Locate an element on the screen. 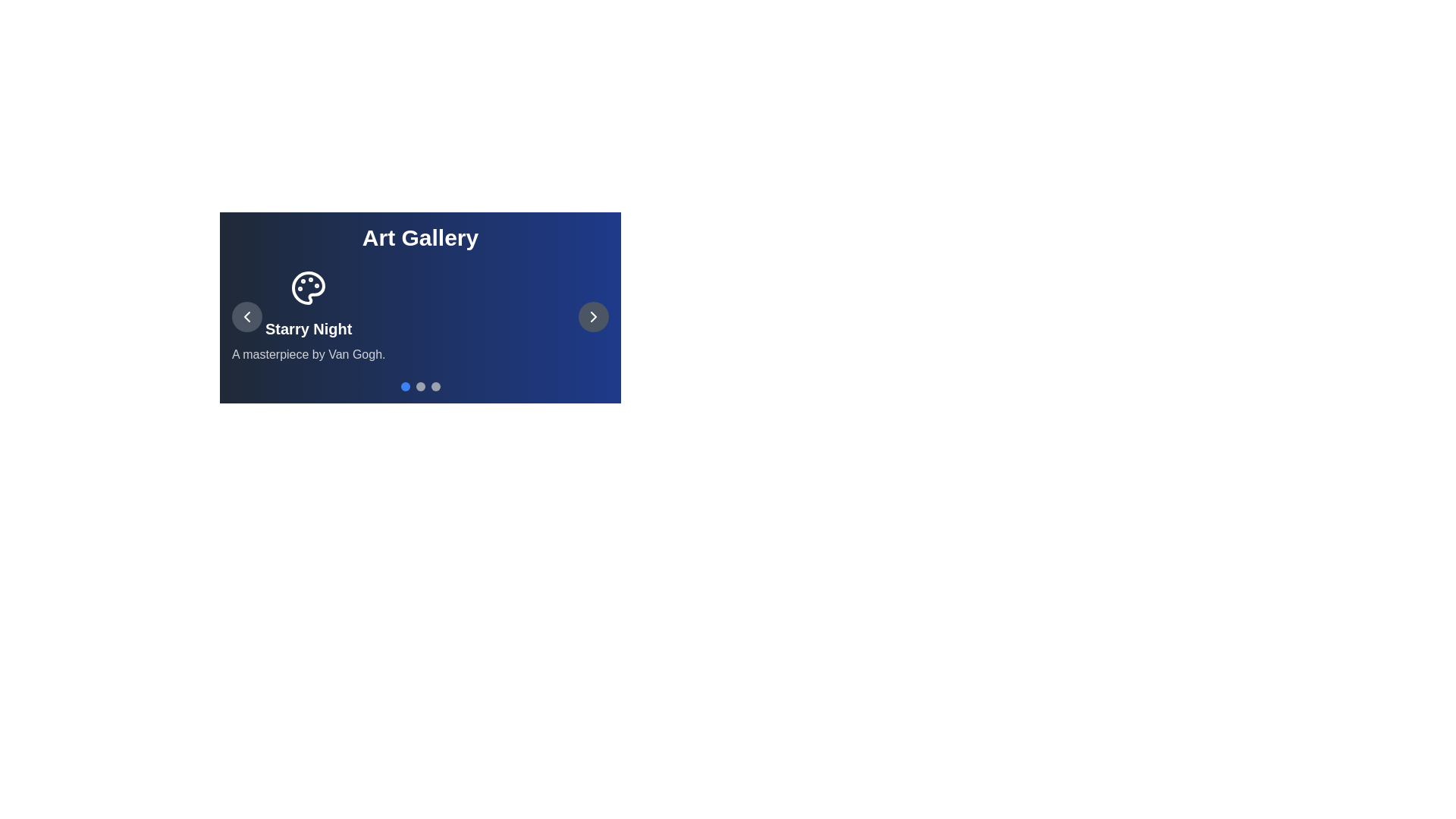  the indicator dot corresponding to 0 is located at coordinates (405, 385).